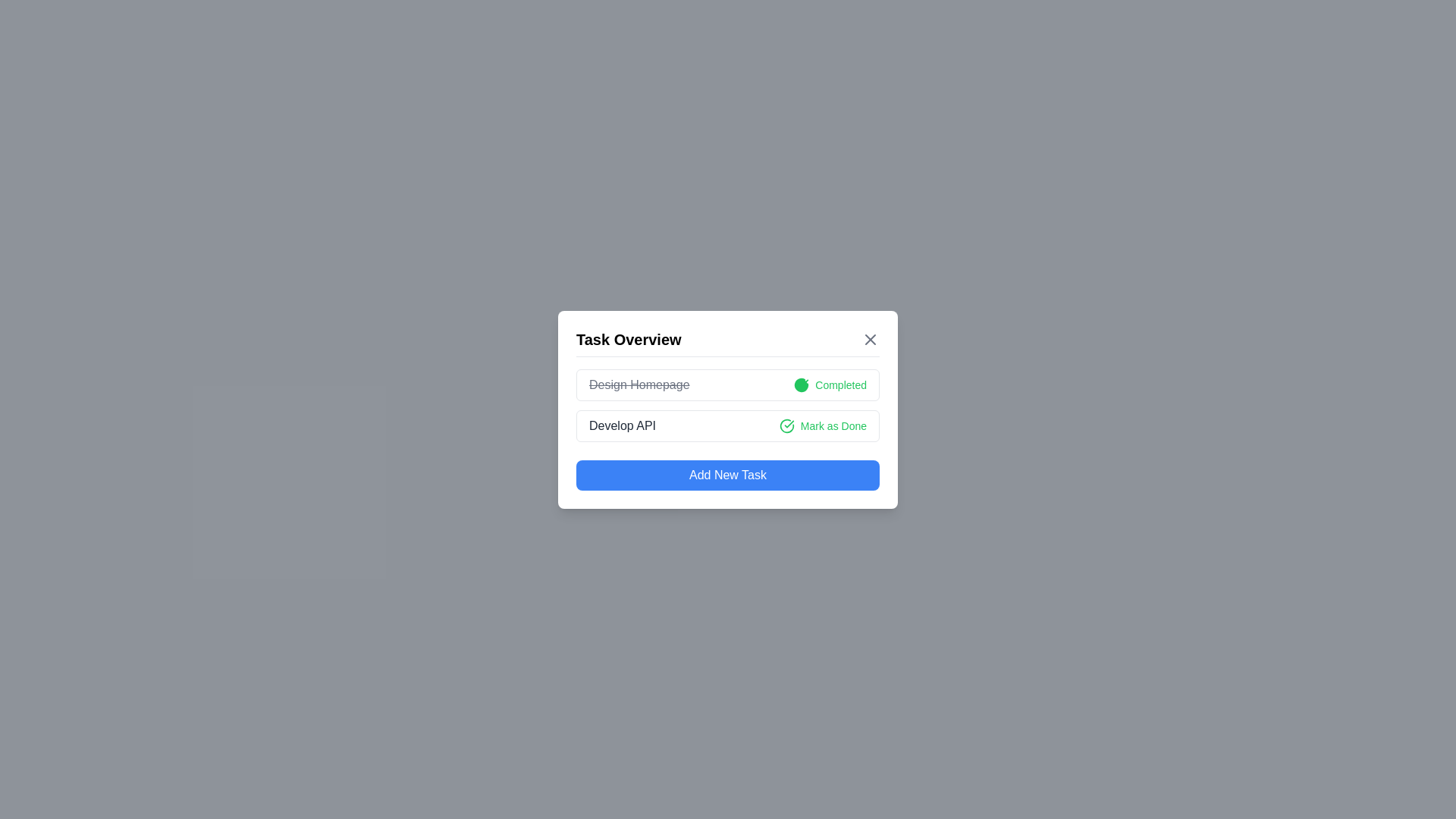 This screenshot has height=819, width=1456. Describe the element at coordinates (728, 473) in the screenshot. I see `the 'Add New Task' button located at the bottom of the task list in the modal box` at that location.